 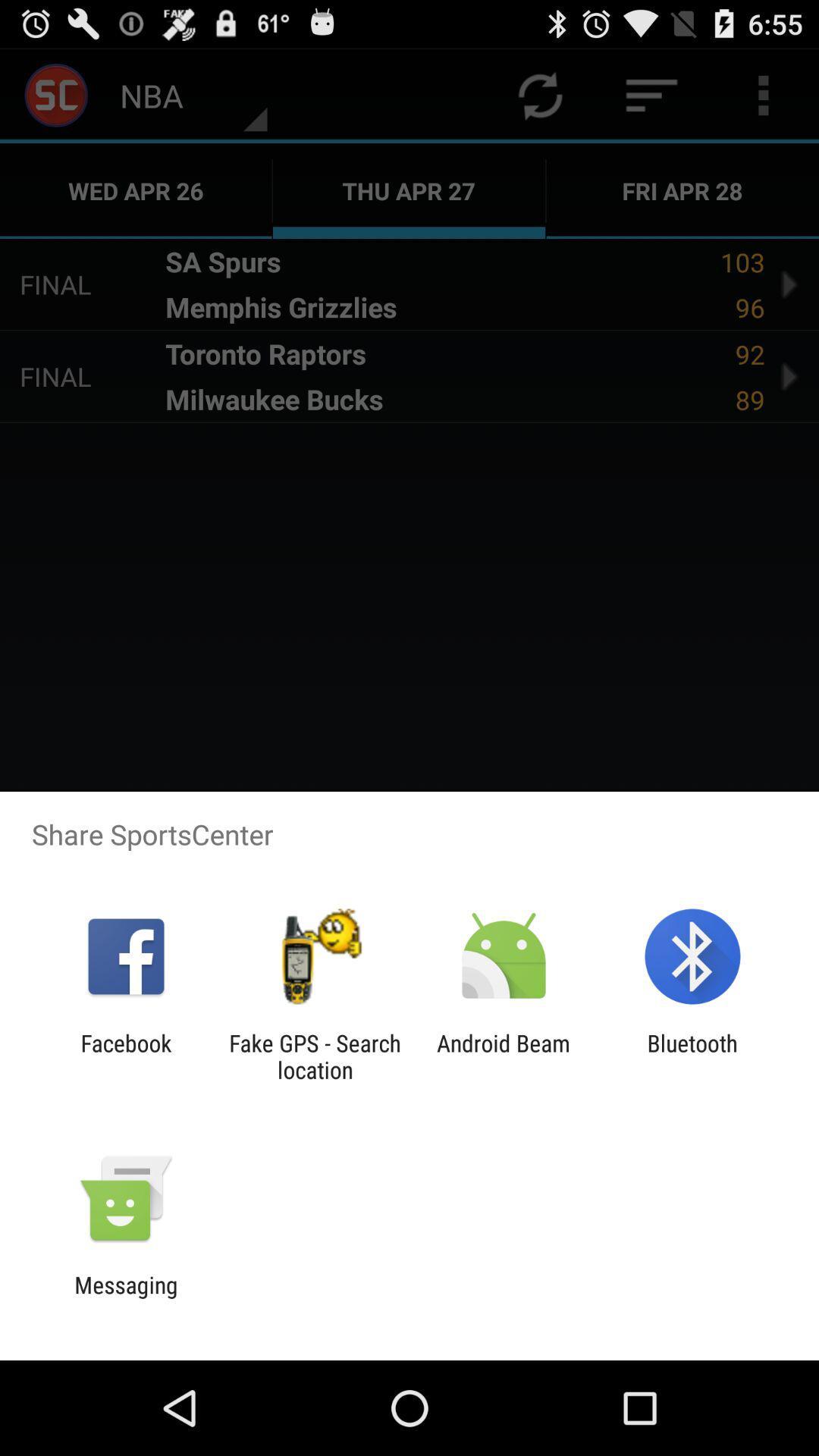 I want to click on icon to the right of facebook app, so click(x=314, y=1056).